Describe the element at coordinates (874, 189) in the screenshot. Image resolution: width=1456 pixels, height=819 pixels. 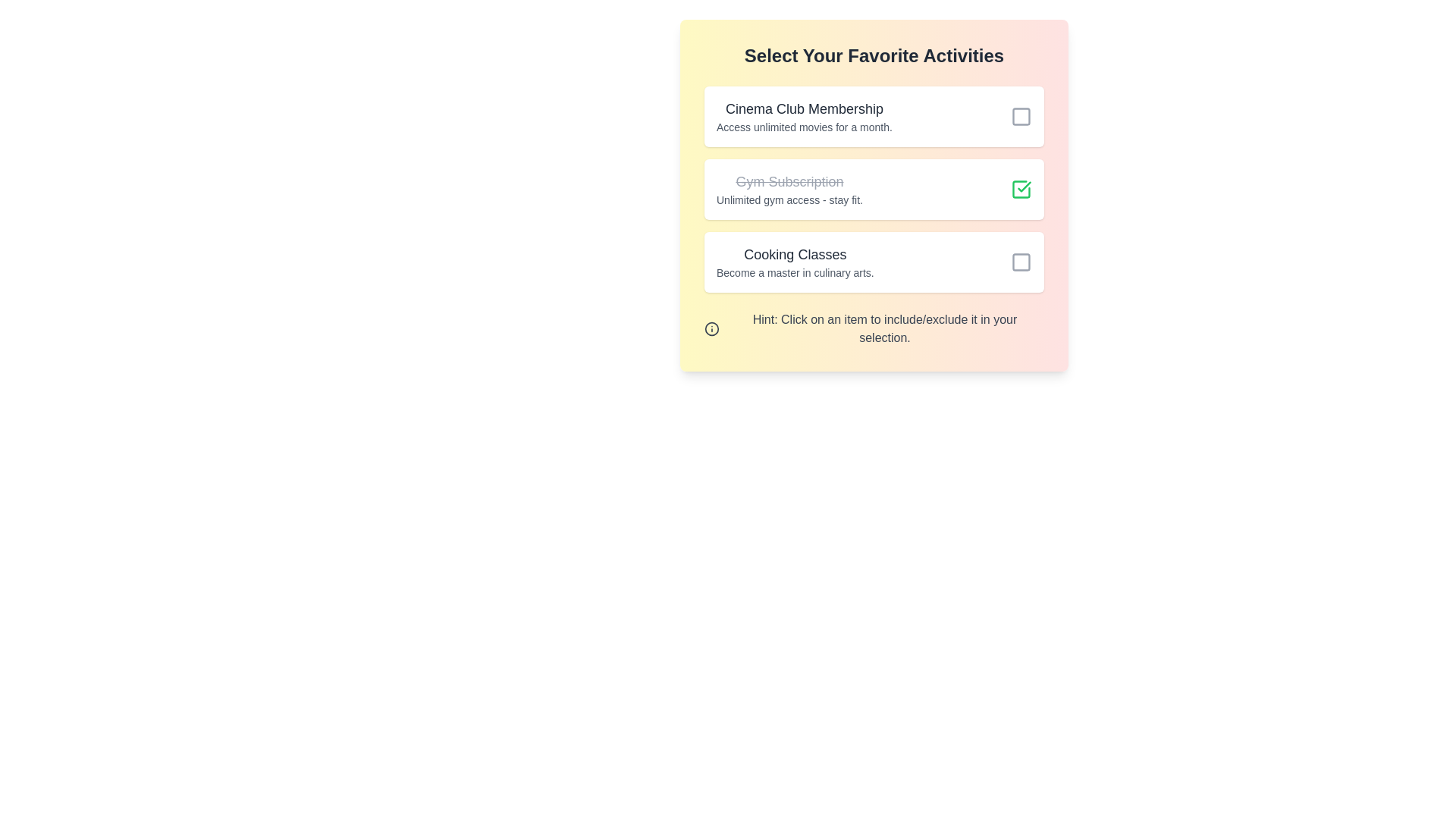
I see `the checkbox of the second item in the list of subscription options, which is the 'Gym Subscription'` at that location.